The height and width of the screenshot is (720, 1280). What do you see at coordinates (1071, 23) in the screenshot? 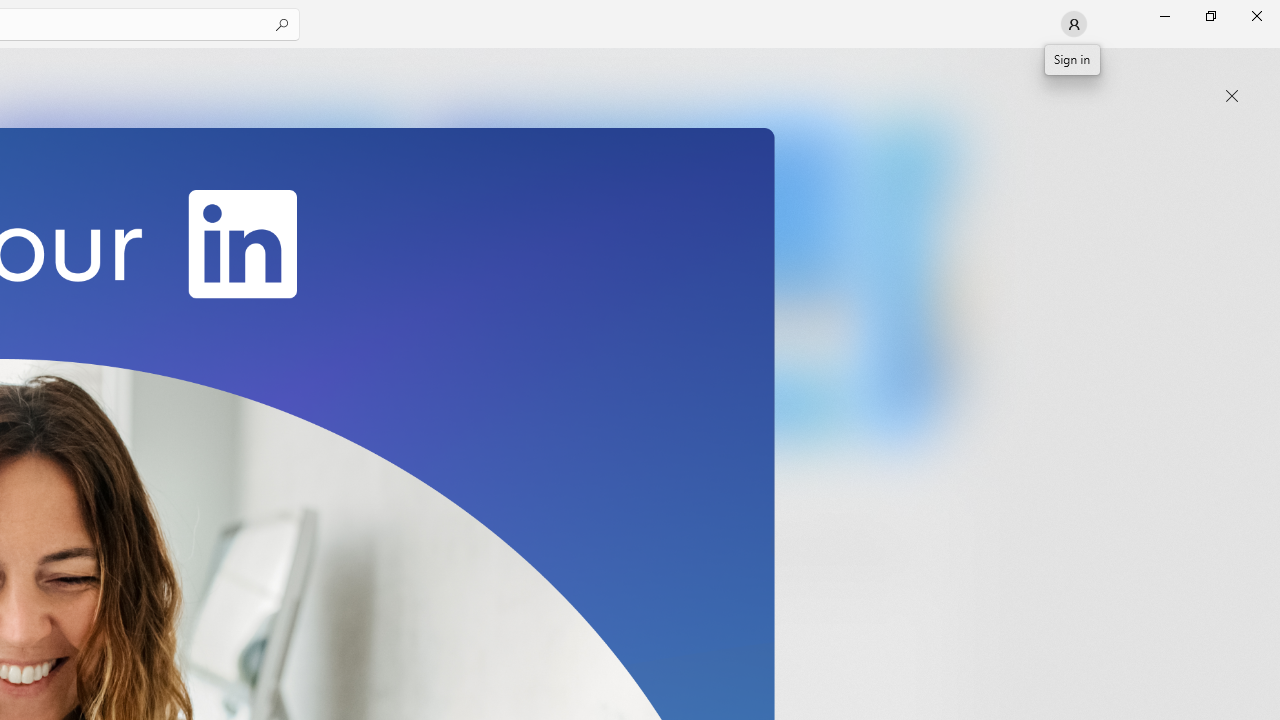
I see `'User profile'` at bounding box center [1071, 23].